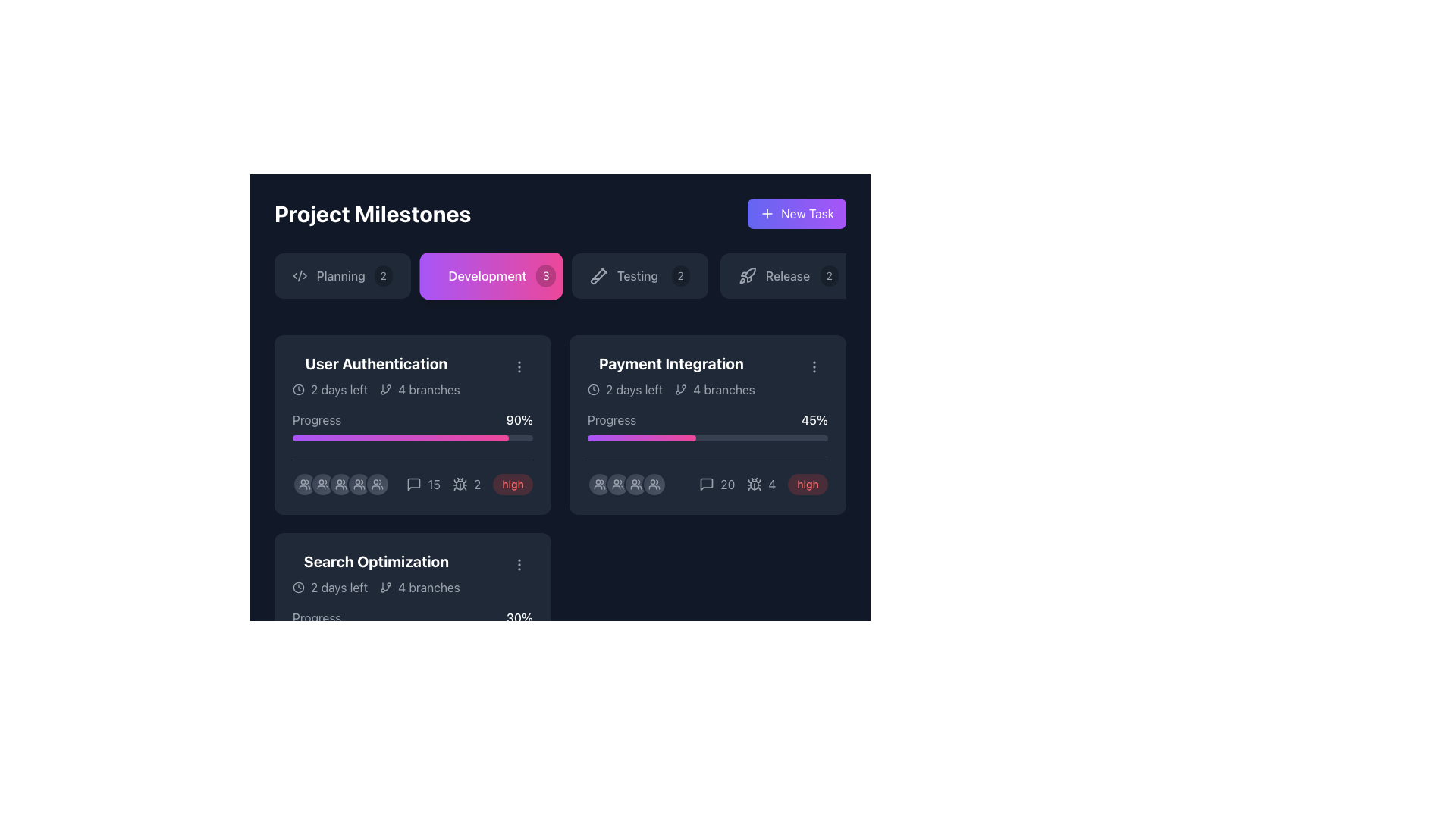 The image size is (1456, 819). Describe the element at coordinates (476, 485) in the screenshot. I see `the Text label or numeric display located in the second row under the 'User Authentication' section, to the immediate right of a grouping of icons` at that location.